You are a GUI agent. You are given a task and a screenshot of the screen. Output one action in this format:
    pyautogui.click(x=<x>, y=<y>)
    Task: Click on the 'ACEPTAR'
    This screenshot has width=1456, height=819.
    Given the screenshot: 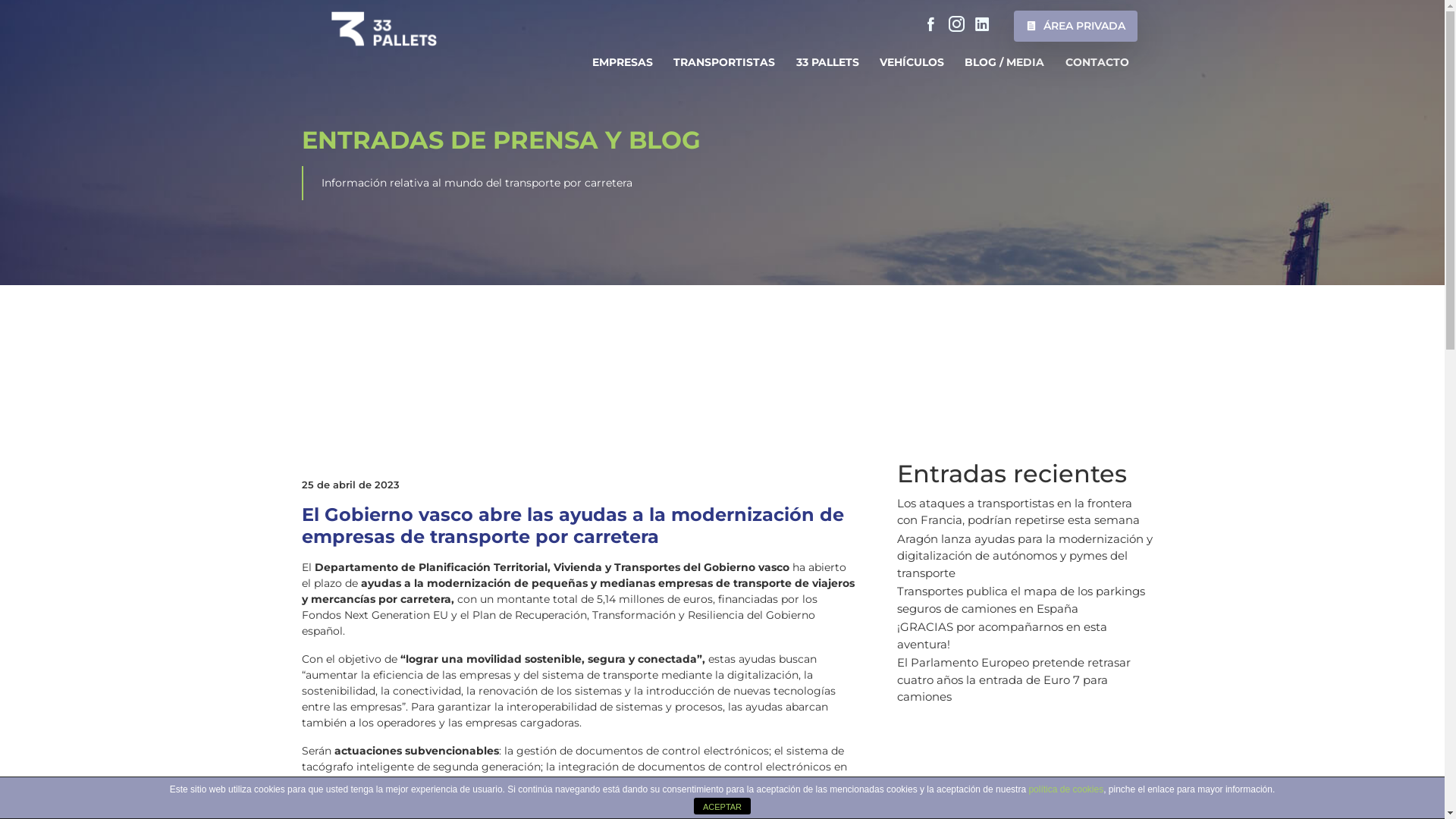 What is the action you would take?
    pyautogui.click(x=721, y=805)
    